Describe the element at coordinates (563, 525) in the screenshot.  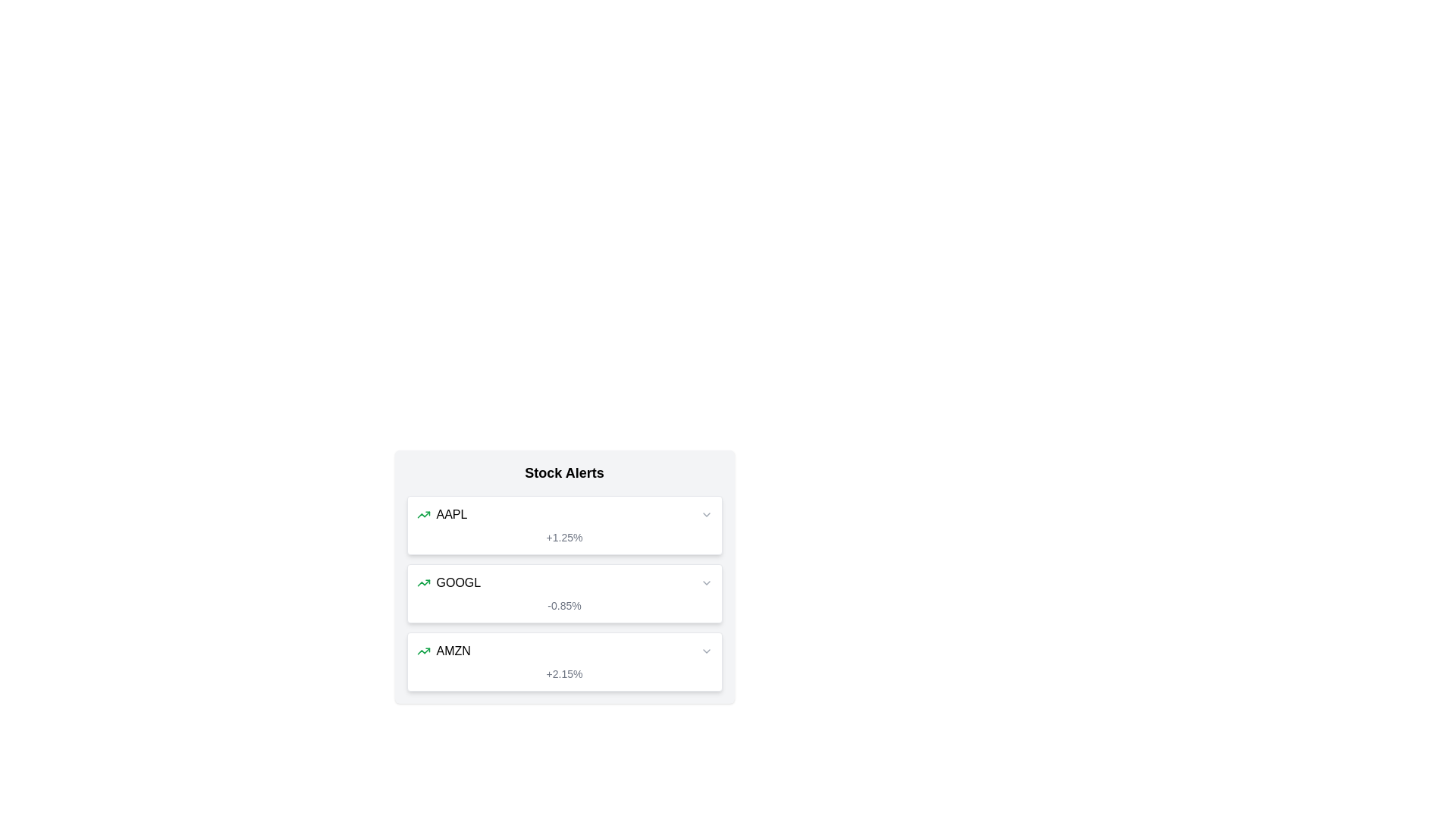
I see `the stock information displayed within the Information card for 'AAPL', which includes its current trend and percentage change in value` at that location.